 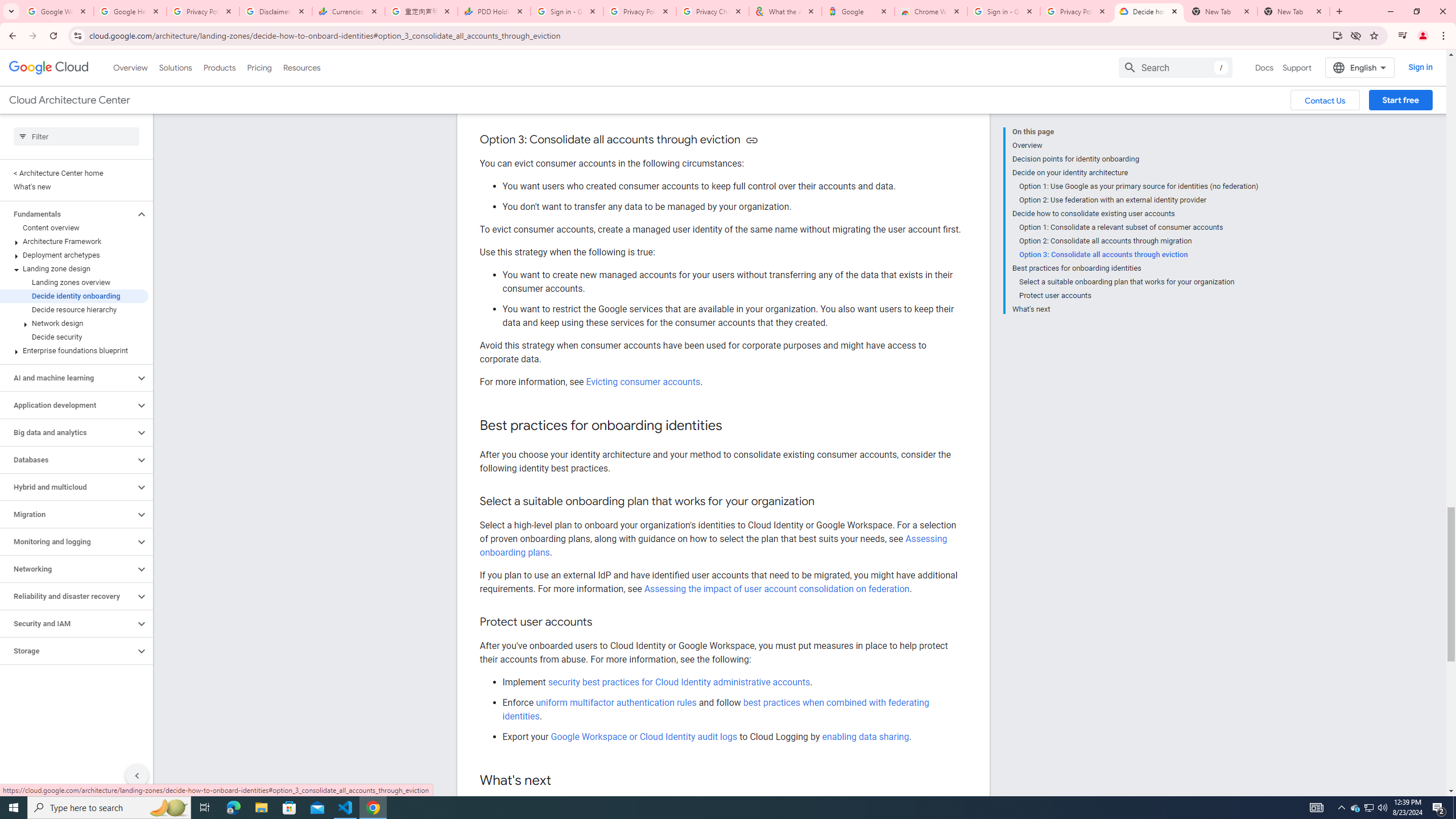 I want to click on 'Copy link to this section: What', so click(x=563, y=780).